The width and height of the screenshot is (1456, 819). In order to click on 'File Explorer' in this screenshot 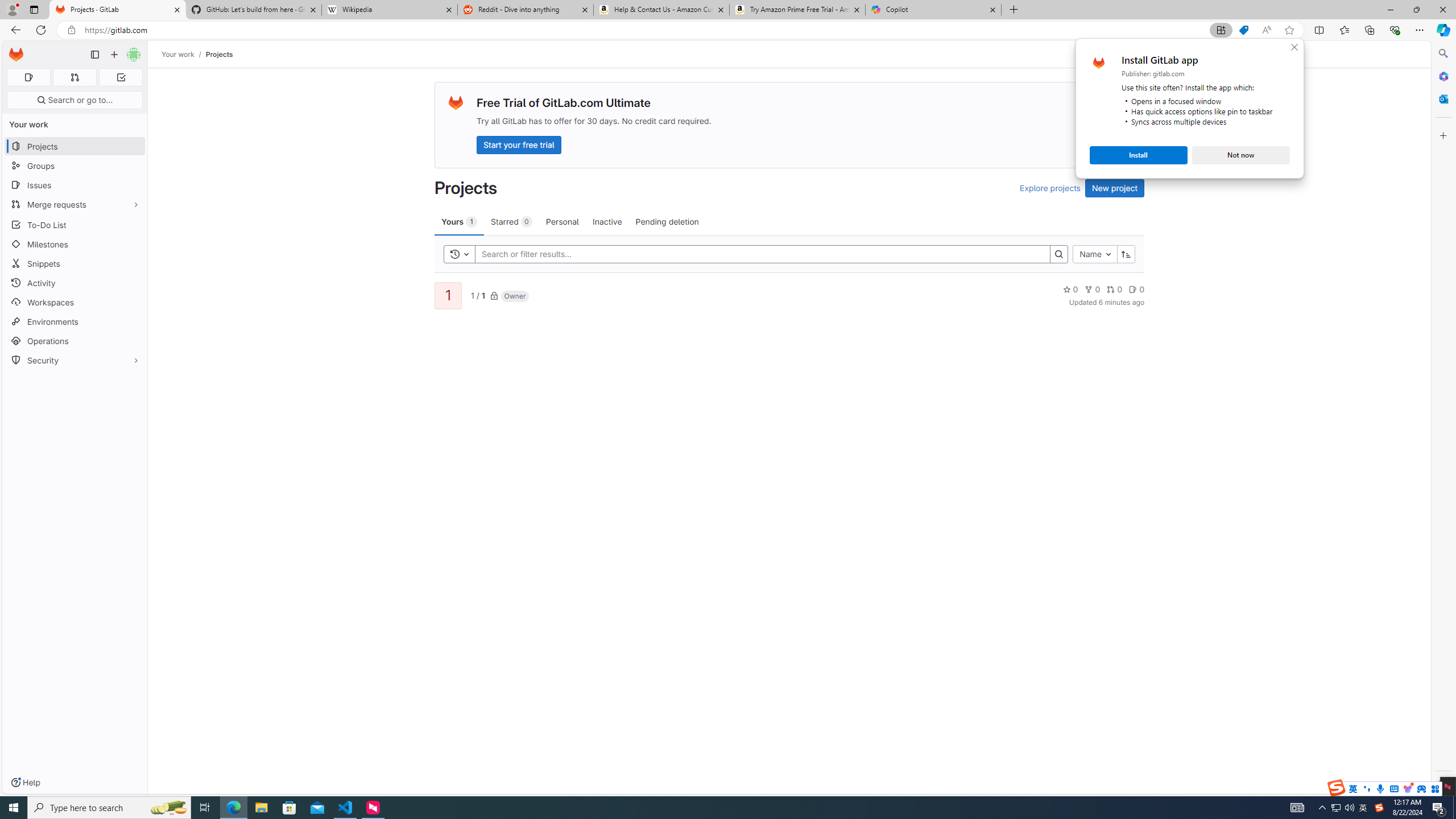, I will do `click(260, 806)`.